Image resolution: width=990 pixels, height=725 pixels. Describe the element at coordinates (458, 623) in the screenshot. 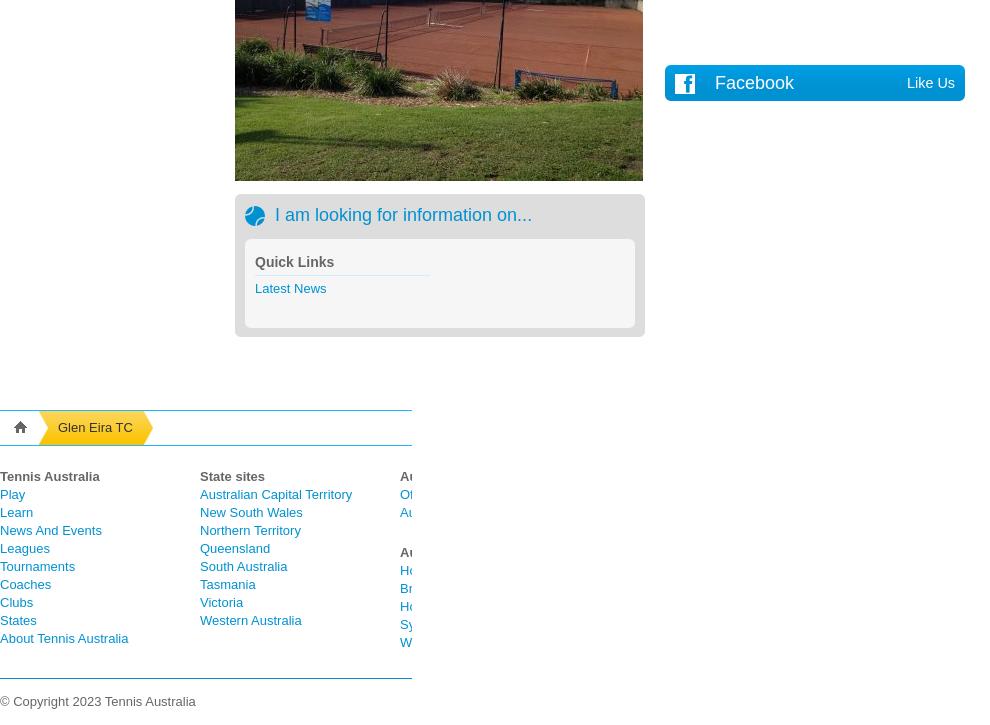

I see `'Sydney International'` at that location.